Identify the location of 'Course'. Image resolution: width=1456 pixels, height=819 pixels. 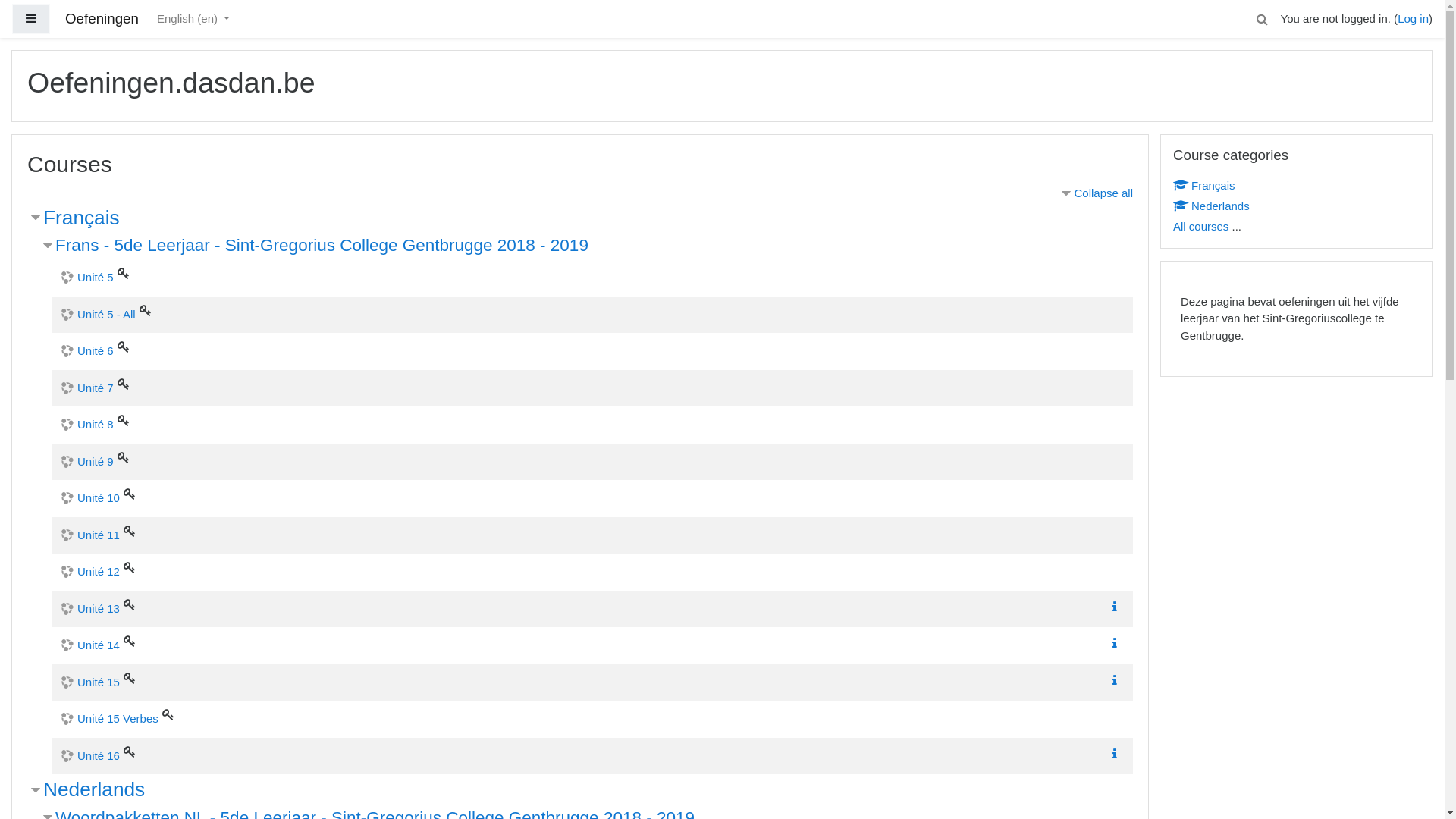
(1178, 205).